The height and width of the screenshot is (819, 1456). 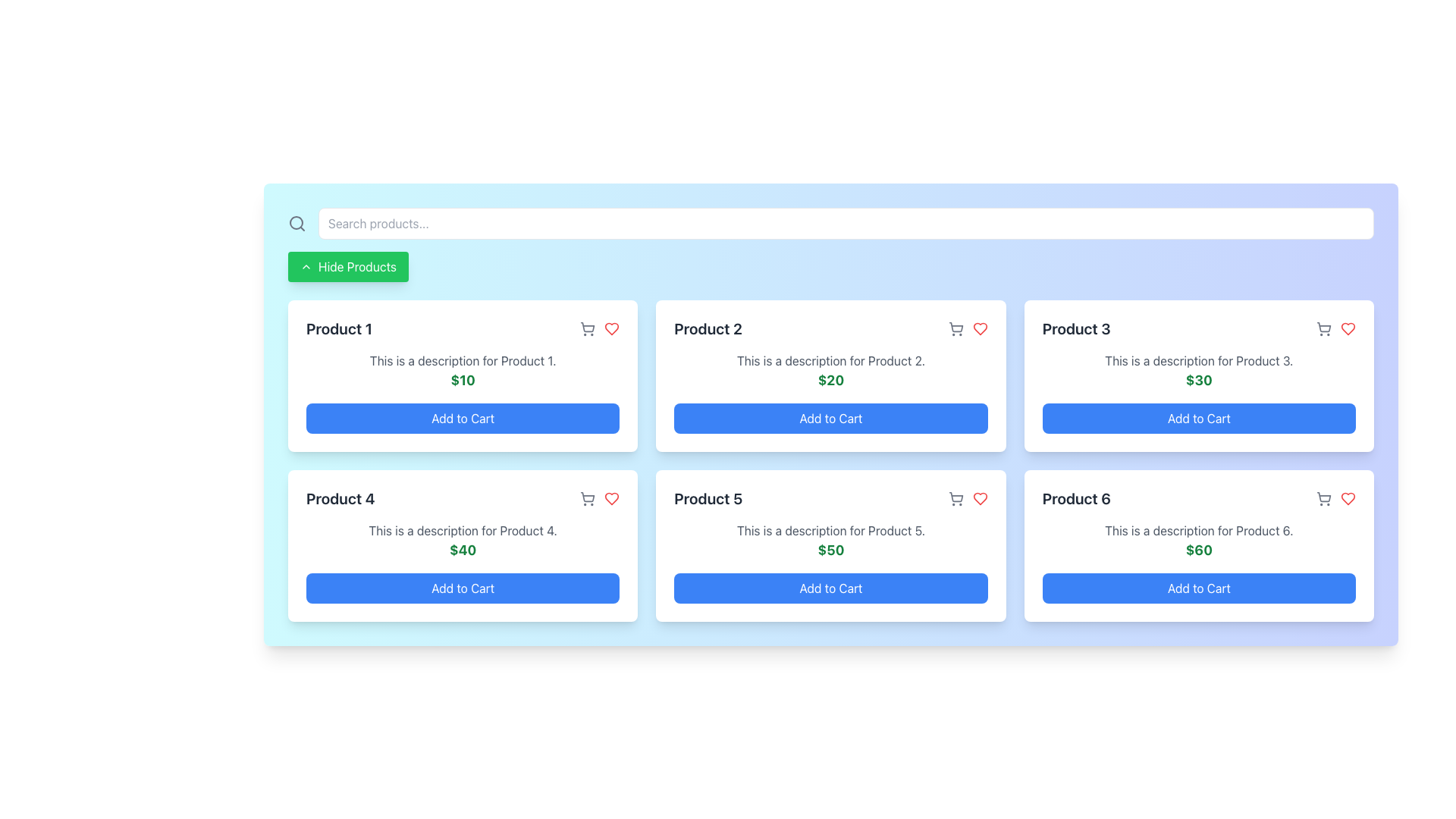 I want to click on the blue rectangular button labeled 'Add to Cart' located at the bottom of the card for 'Product 6', so click(x=1198, y=587).